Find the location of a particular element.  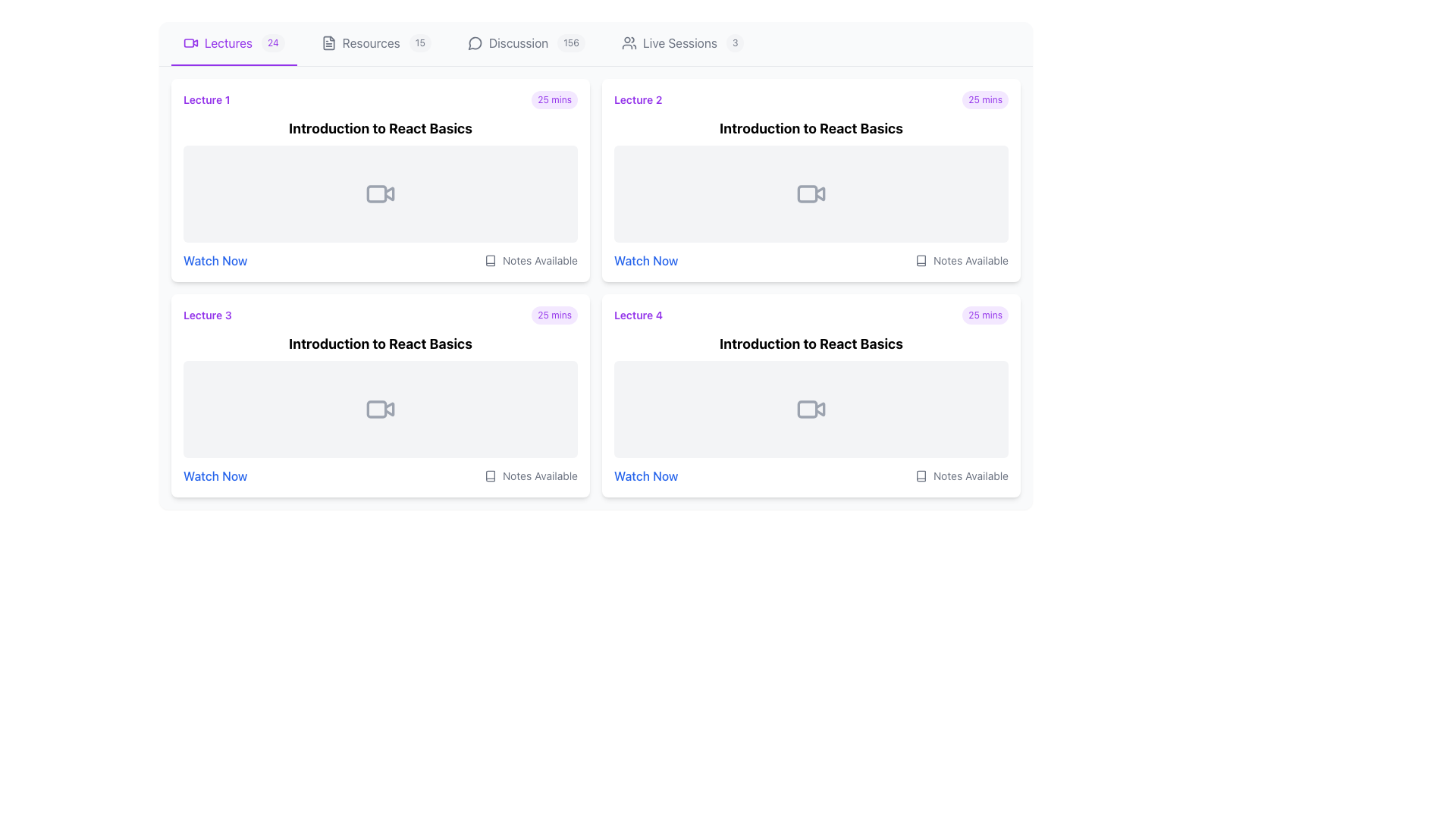

the informational label with an icon and text located in the bottom-right corner of the third card in a 2x2 grid layout is located at coordinates (531, 475).